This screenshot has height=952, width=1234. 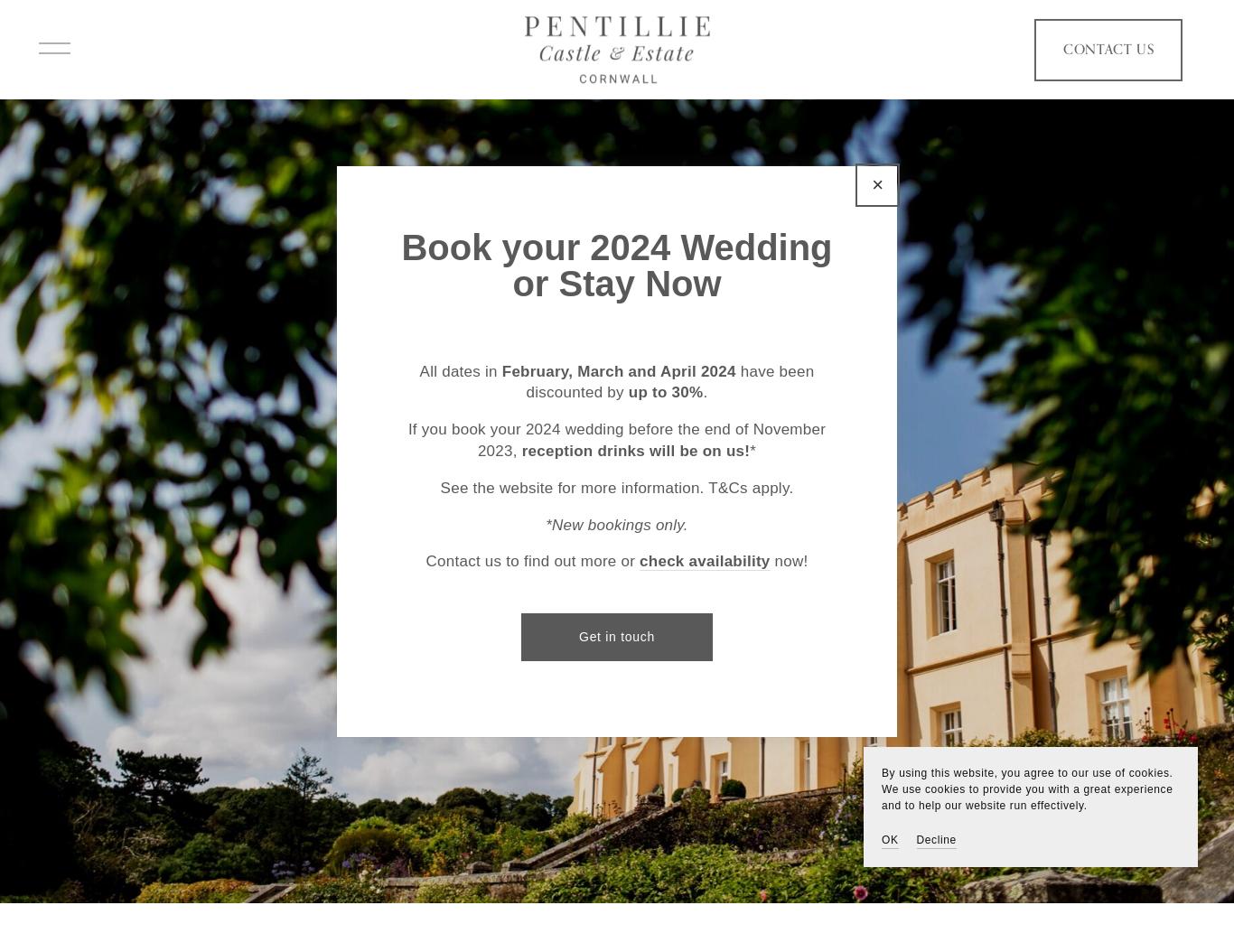 I want to click on 'Recipes', so click(x=183, y=512).